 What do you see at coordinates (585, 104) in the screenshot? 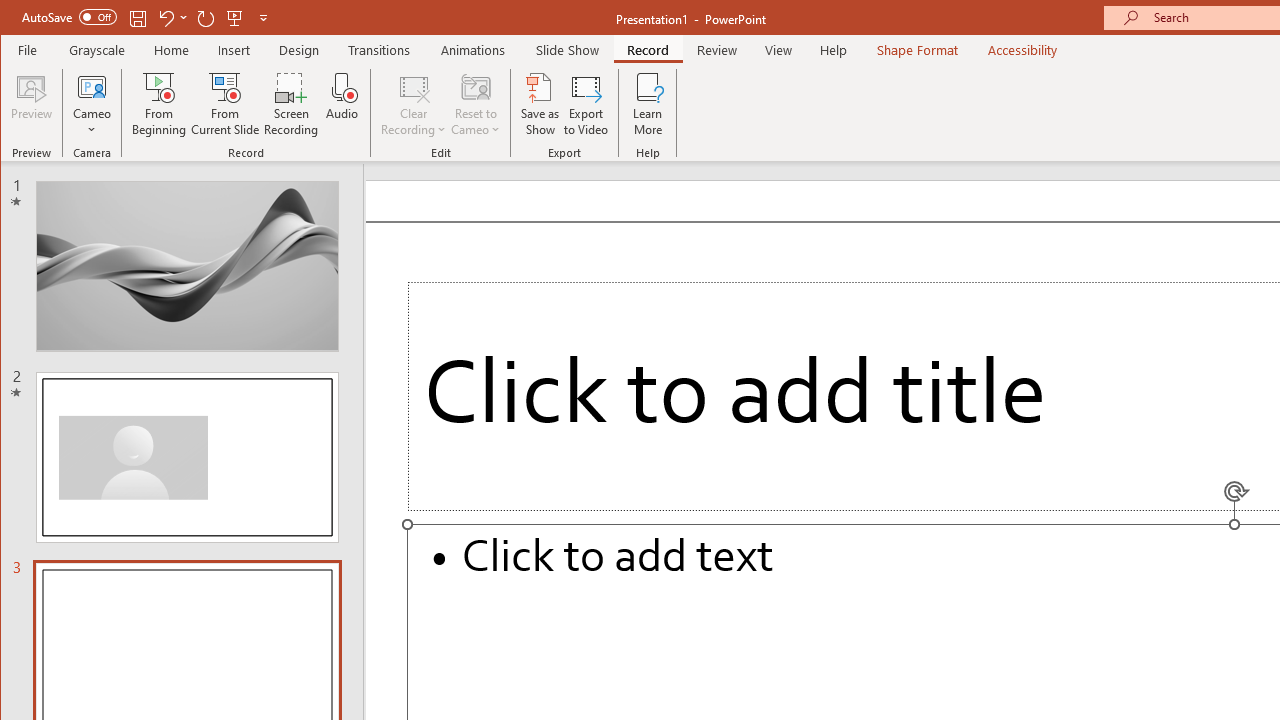
I see `'Export to Video'` at bounding box center [585, 104].